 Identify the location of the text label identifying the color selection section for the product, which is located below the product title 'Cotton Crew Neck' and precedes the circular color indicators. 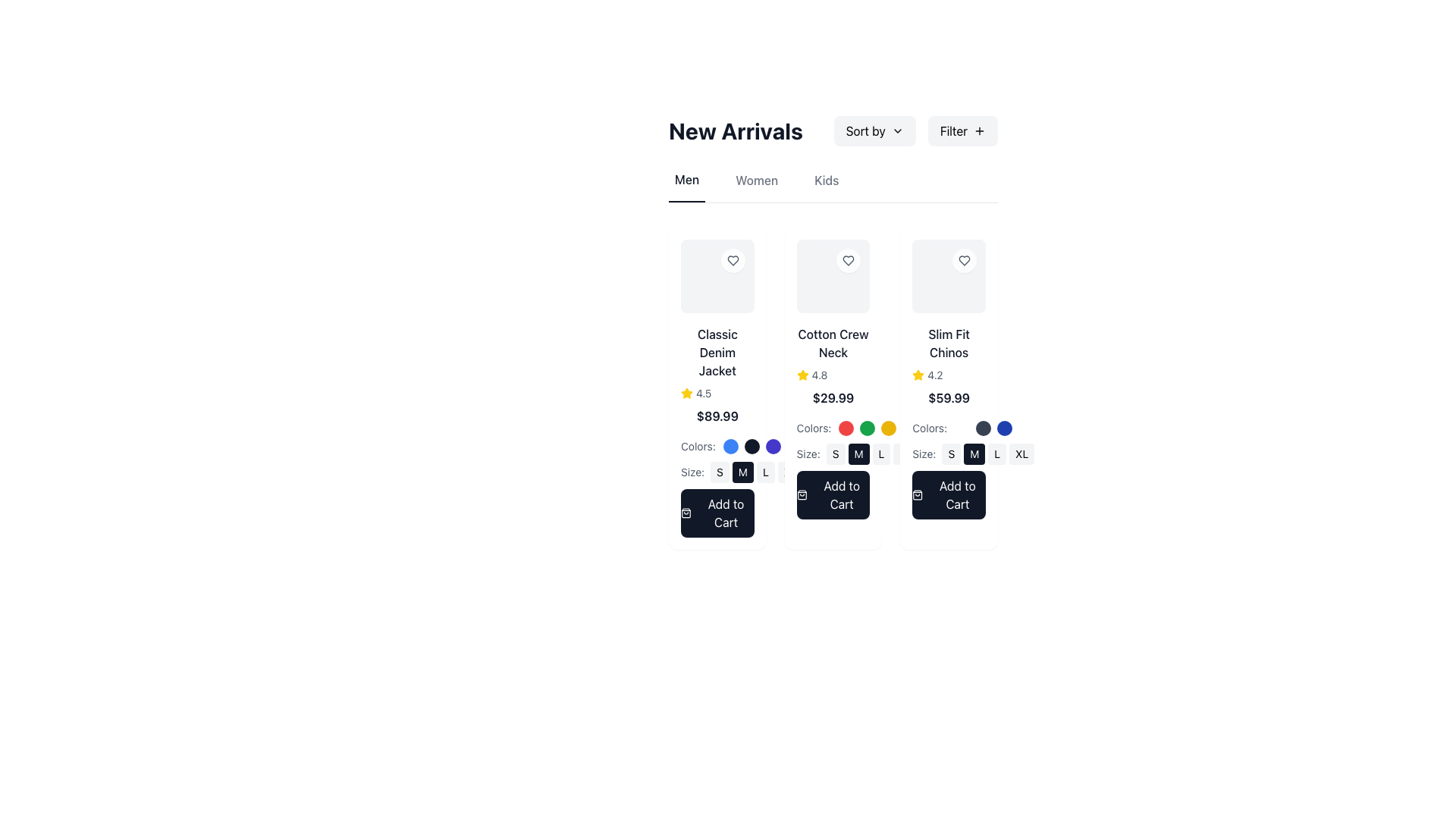
(833, 425).